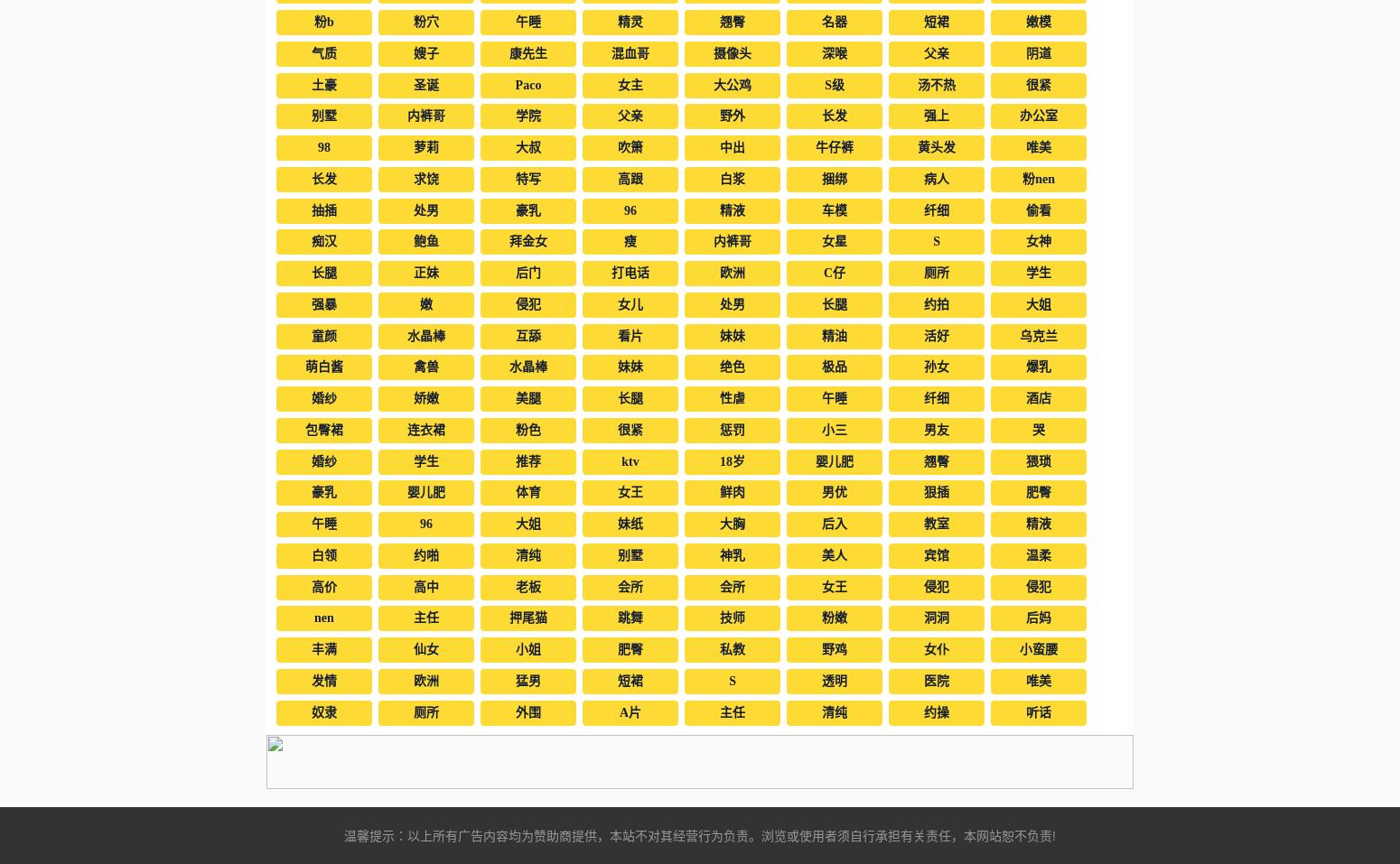 Image resolution: width=1400 pixels, height=864 pixels. What do you see at coordinates (527, 83) in the screenshot?
I see `'Paco'` at bounding box center [527, 83].